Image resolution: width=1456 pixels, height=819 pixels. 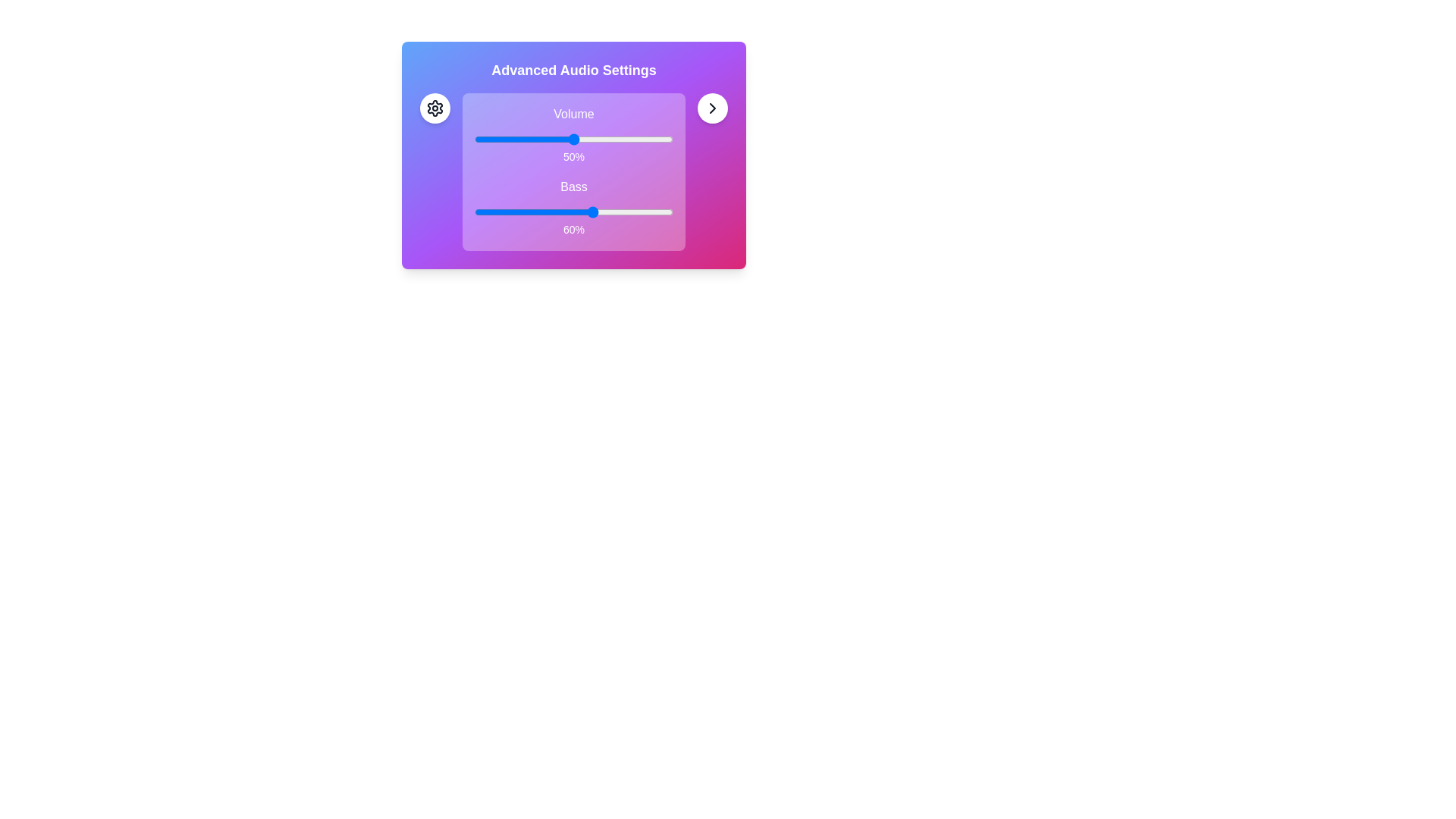 What do you see at coordinates (712, 107) in the screenshot?
I see `the button identified by chevron` at bounding box center [712, 107].